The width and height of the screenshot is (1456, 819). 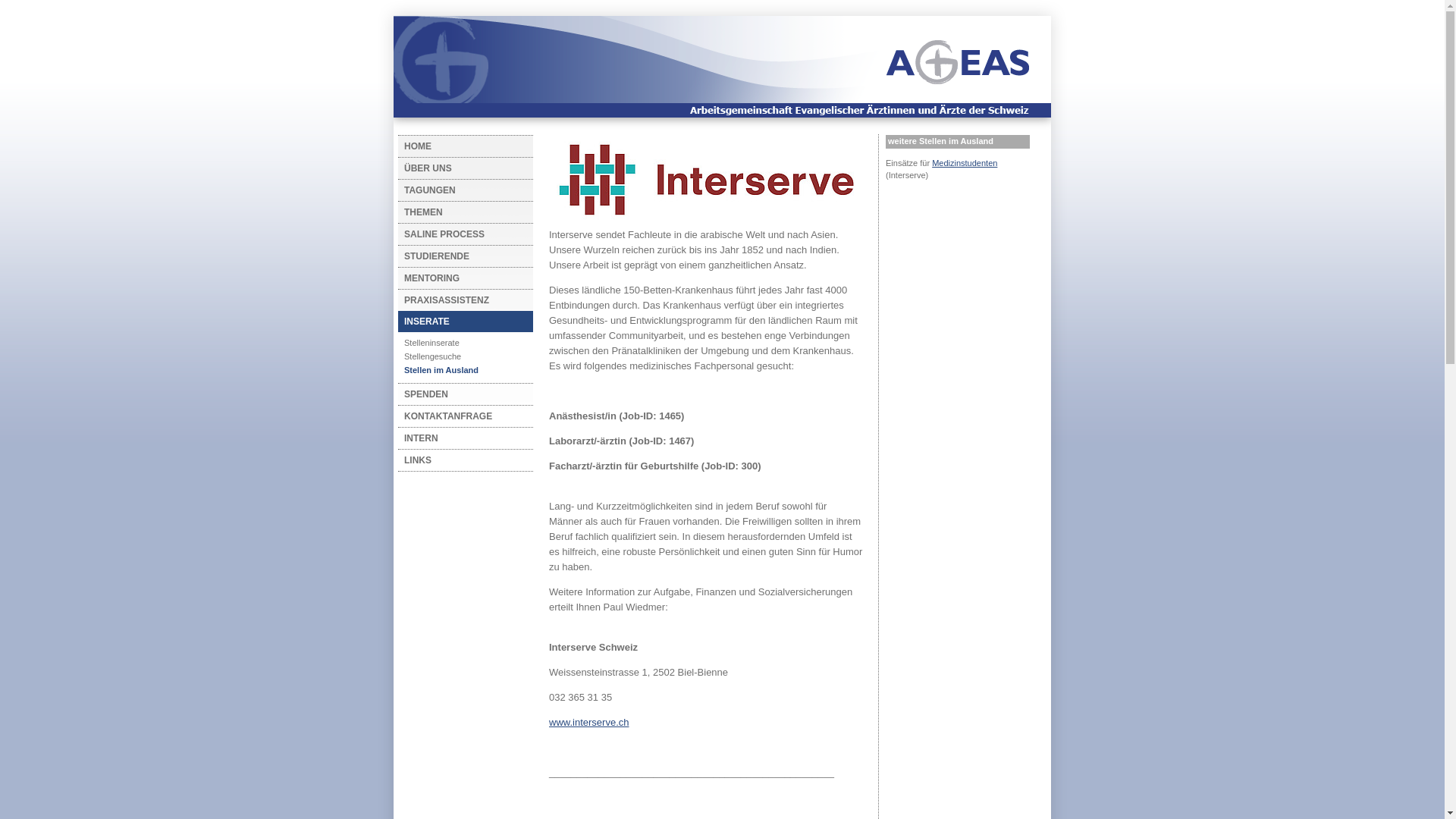 I want to click on 'Medizinstudenten', so click(x=930, y=163).